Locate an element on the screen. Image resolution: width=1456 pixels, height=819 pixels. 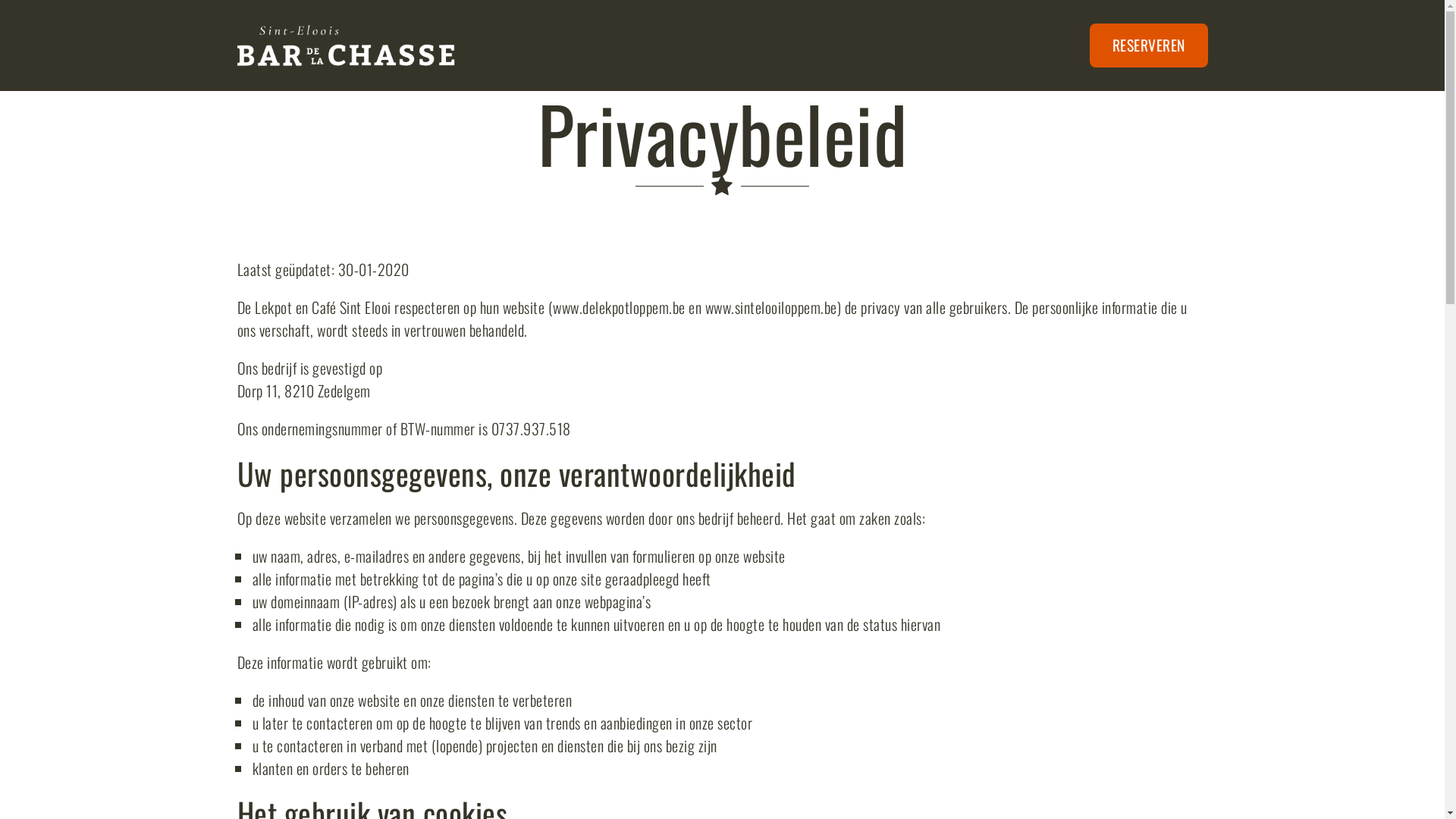
'RESERVEREN' is located at coordinates (1147, 45).